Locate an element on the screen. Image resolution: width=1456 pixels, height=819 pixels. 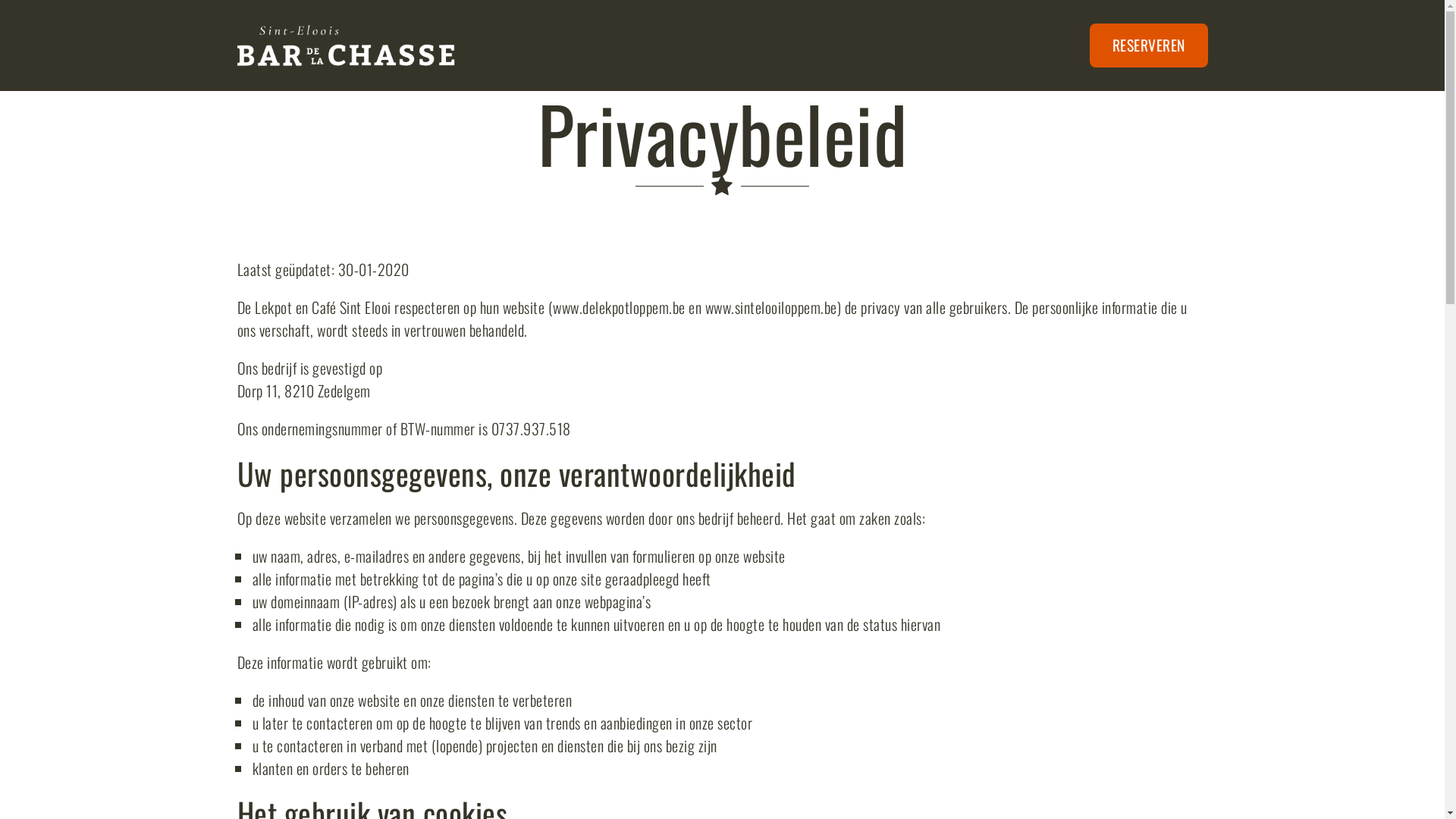
'RESERVEREN' is located at coordinates (1147, 45).